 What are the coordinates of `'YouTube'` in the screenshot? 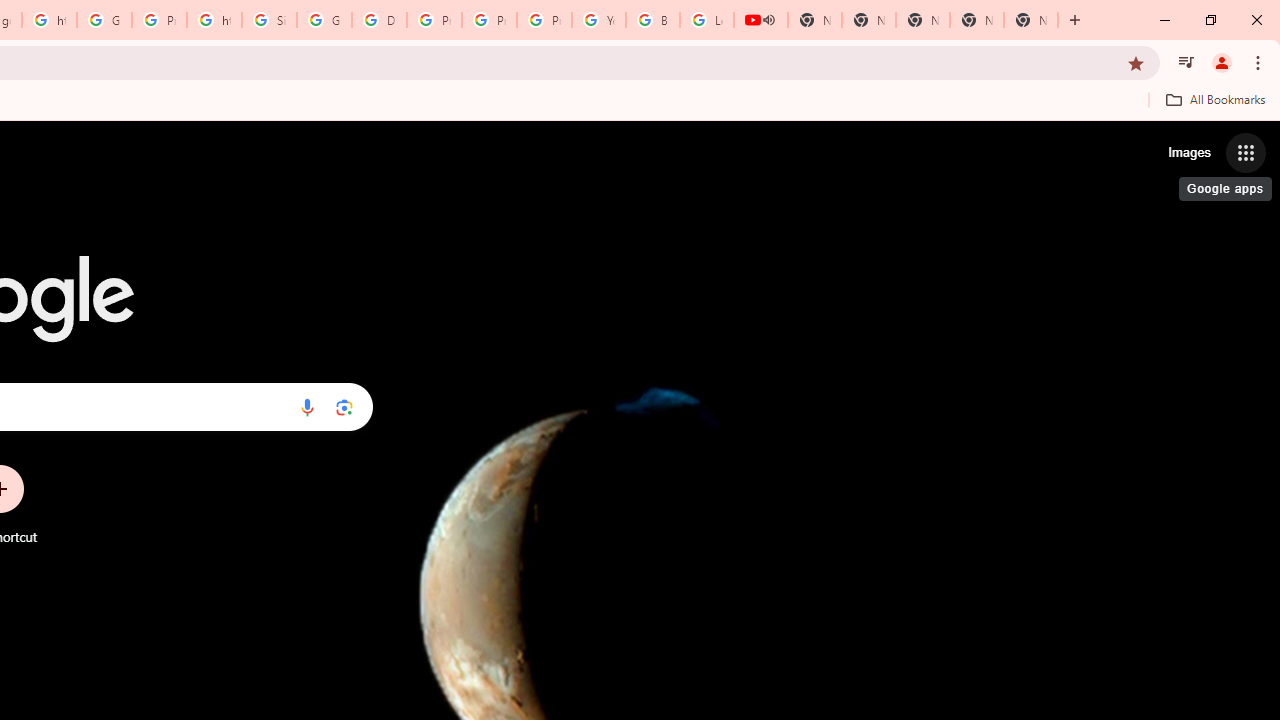 It's located at (598, 20).